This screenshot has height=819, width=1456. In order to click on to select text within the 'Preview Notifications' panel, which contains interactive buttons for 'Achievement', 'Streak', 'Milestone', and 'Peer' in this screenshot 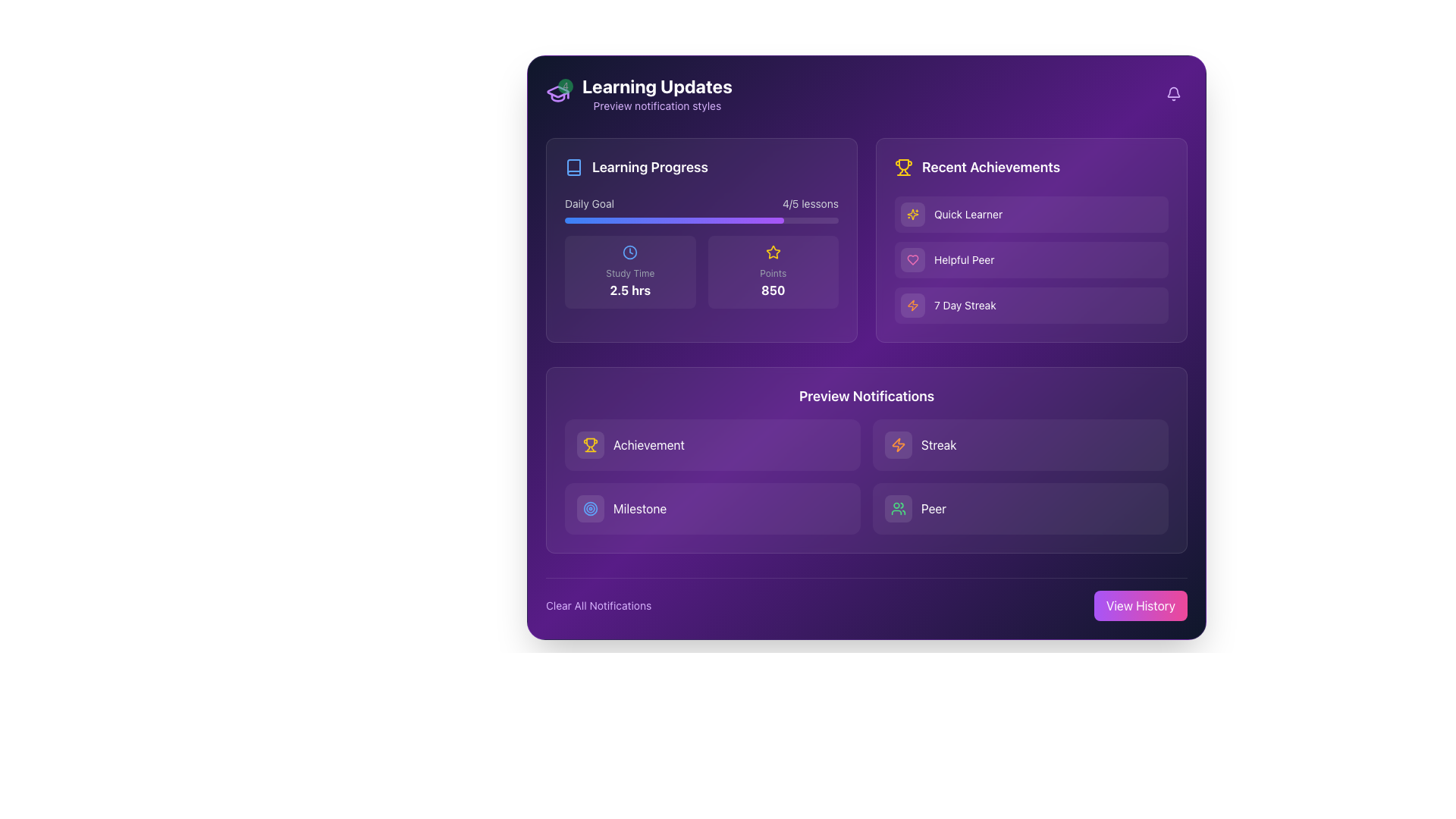, I will do `click(866, 459)`.